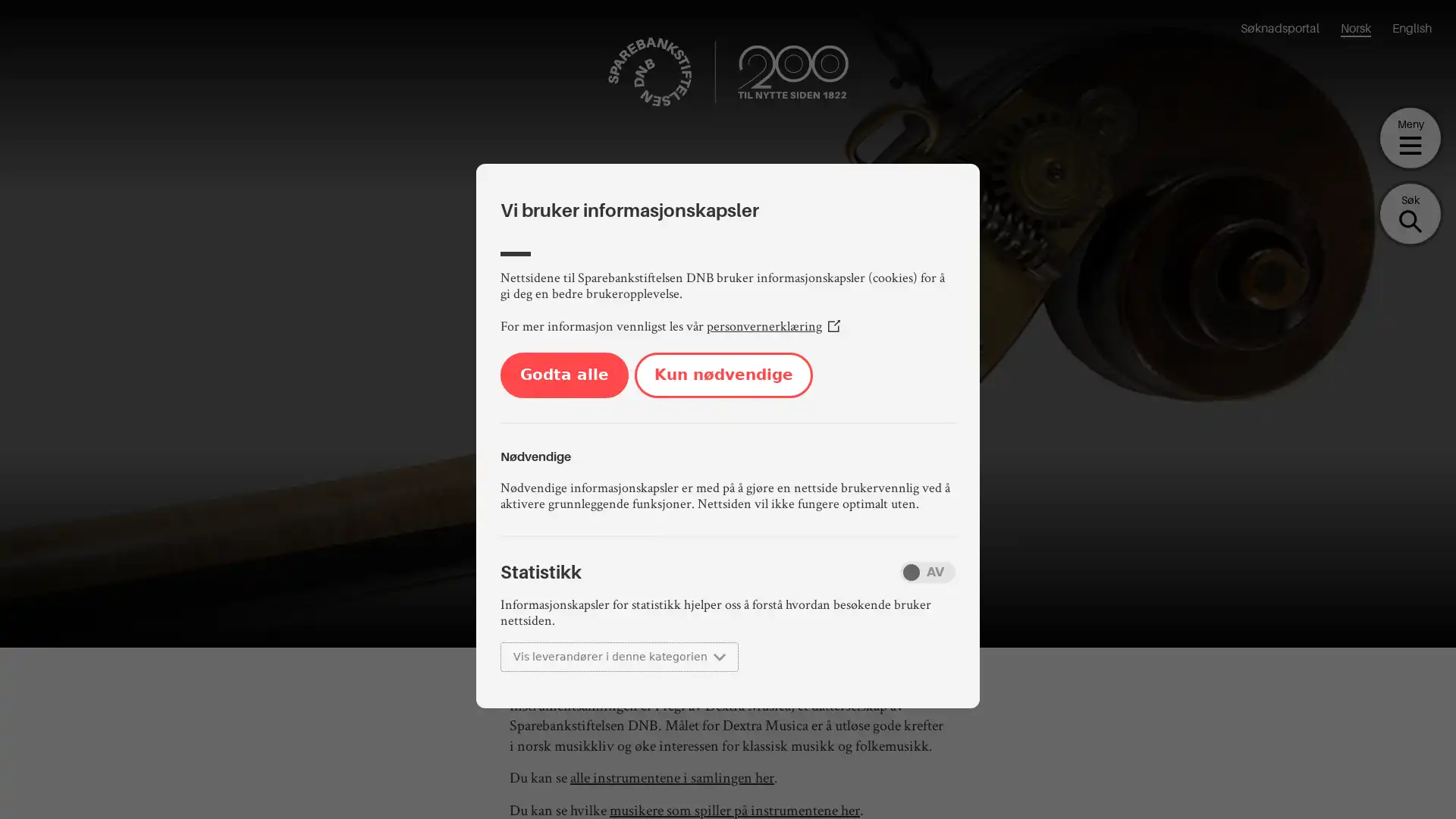  Describe the element at coordinates (619, 656) in the screenshot. I see `Vis leverandrer i denne kategorien` at that location.